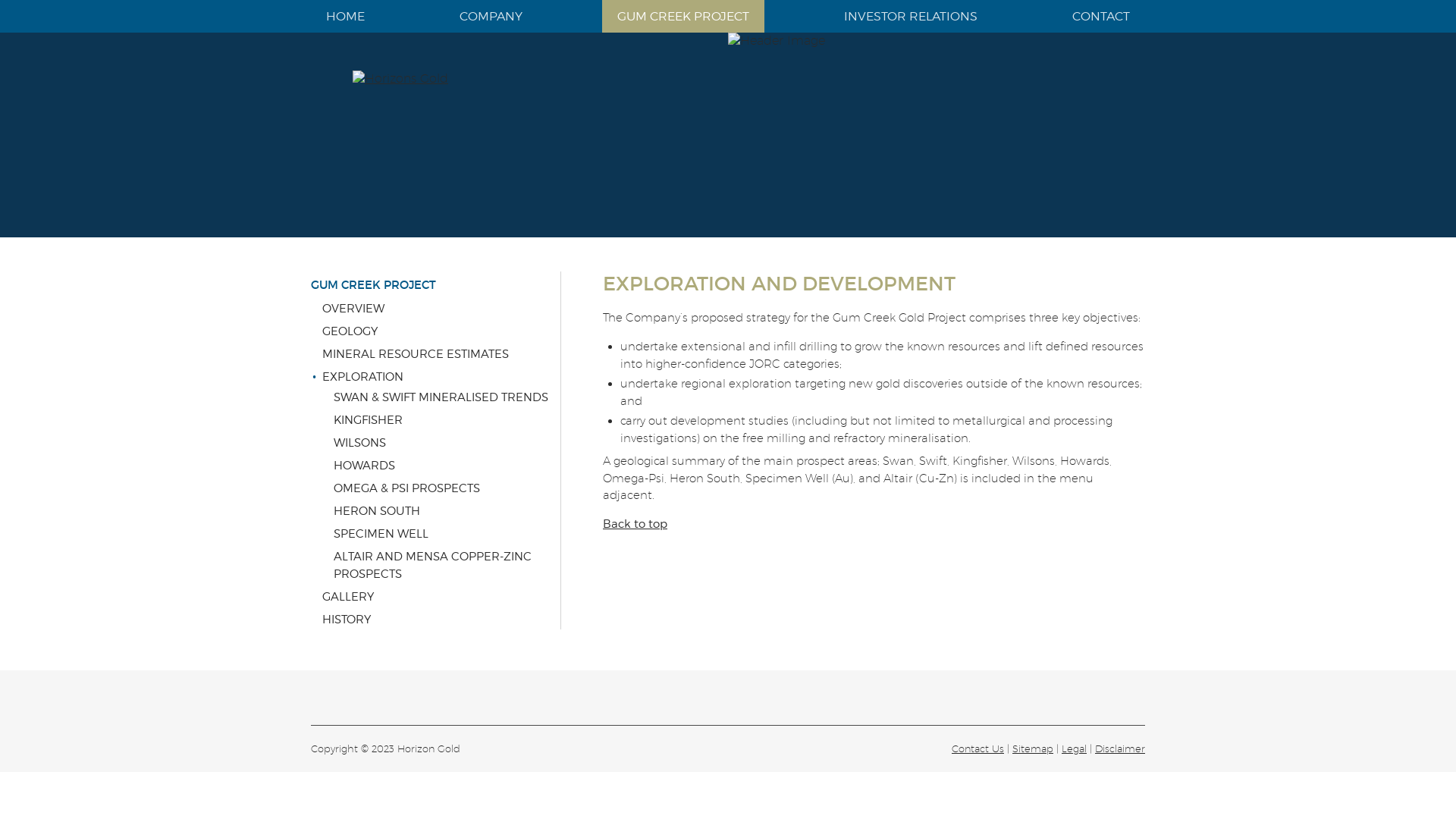 This screenshot has height=819, width=1456. I want to click on 'HOME', so click(344, 16).